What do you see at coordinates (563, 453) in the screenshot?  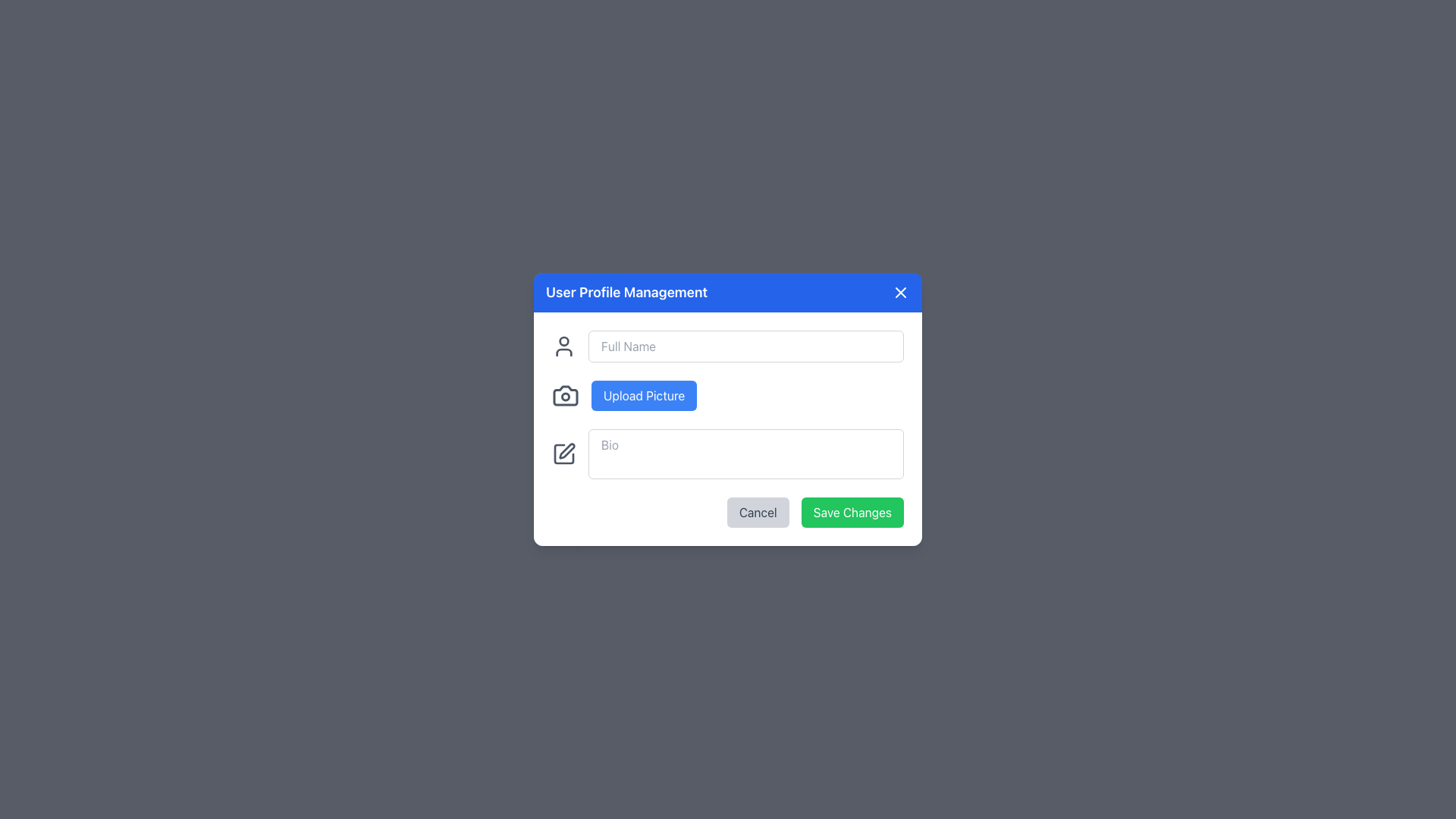 I see `the editing icon located in the modal window below the 'Upload Picture' button, to the left of the biography text area` at bounding box center [563, 453].